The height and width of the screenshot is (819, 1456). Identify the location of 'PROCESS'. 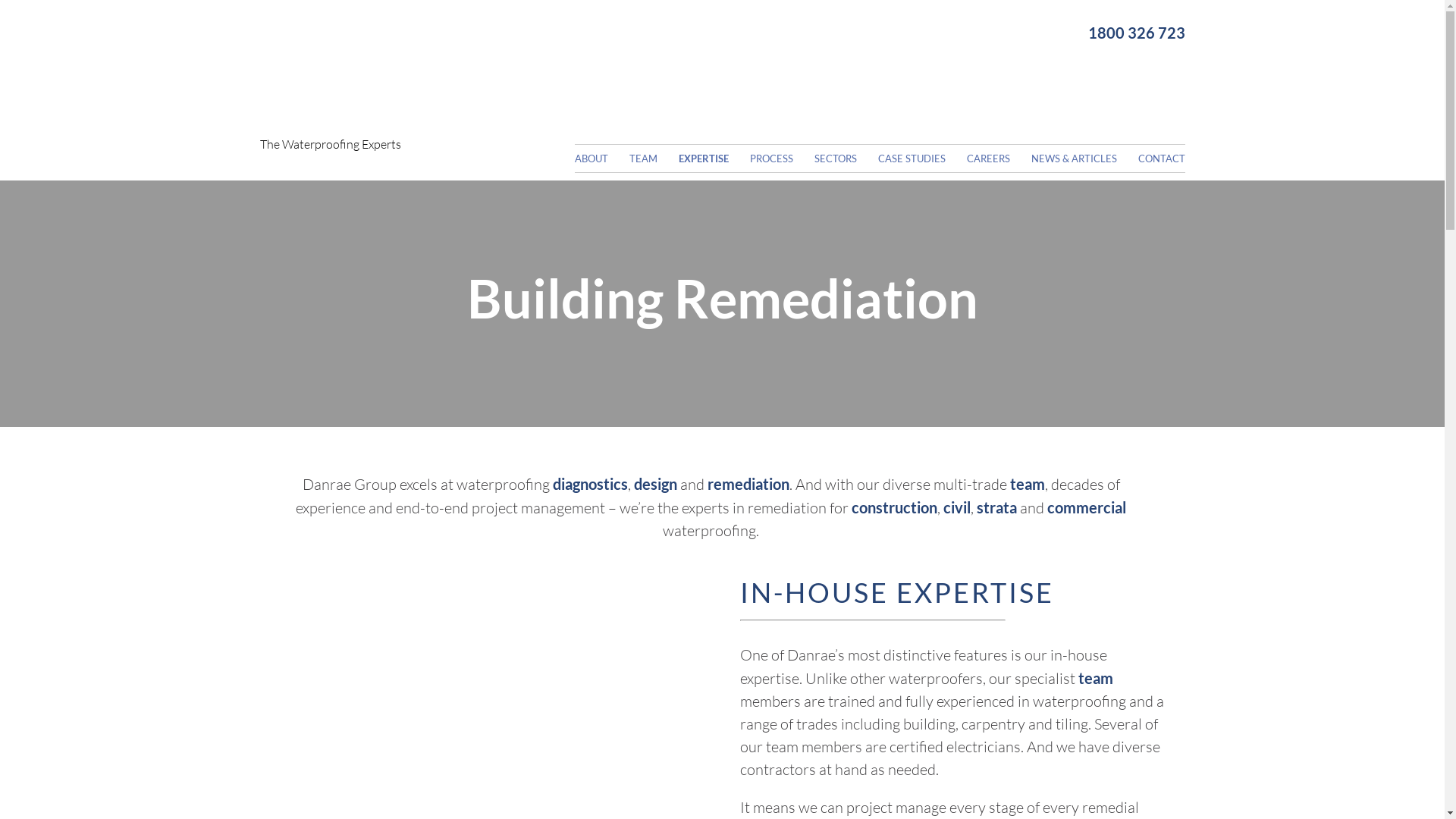
(749, 158).